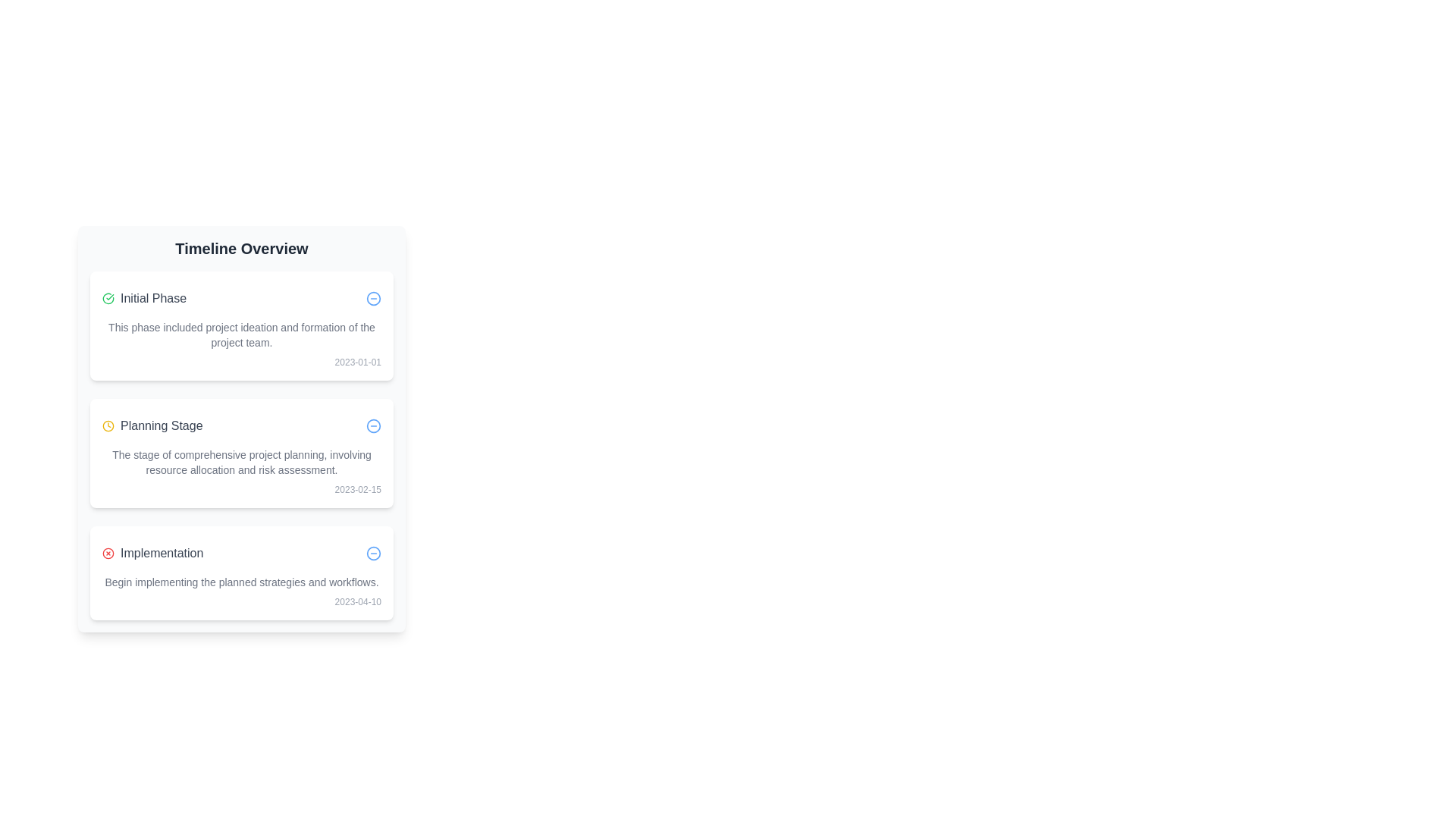 The image size is (1456, 819). What do you see at coordinates (108, 553) in the screenshot?
I see `the icon indicating the 'Implementation' section status` at bounding box center [108, 553].